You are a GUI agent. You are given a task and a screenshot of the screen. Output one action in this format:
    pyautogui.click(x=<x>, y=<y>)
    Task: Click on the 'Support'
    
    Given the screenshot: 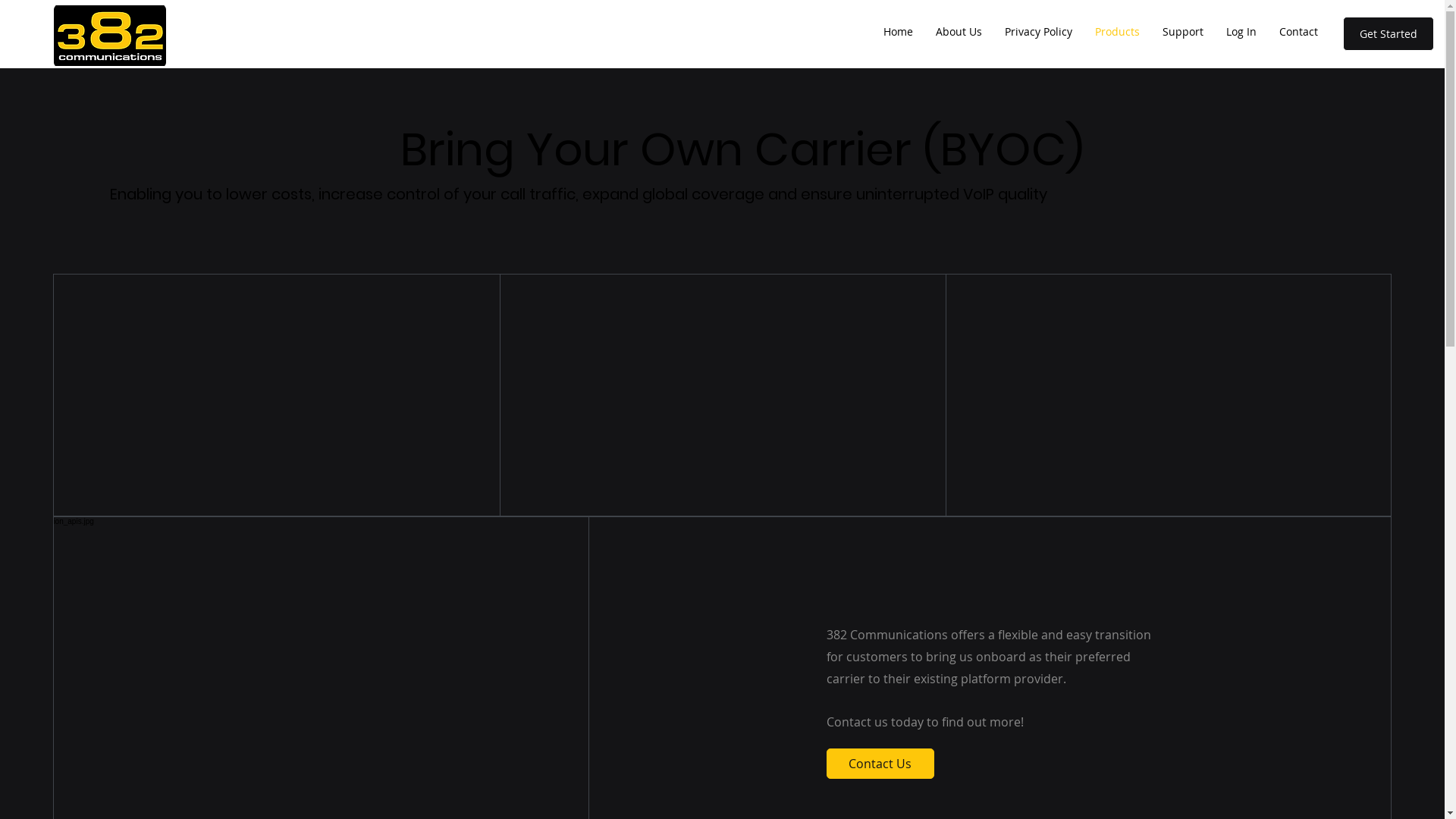 What is the action you would take?
    pyautogui.click(x=1182, y=32)
    